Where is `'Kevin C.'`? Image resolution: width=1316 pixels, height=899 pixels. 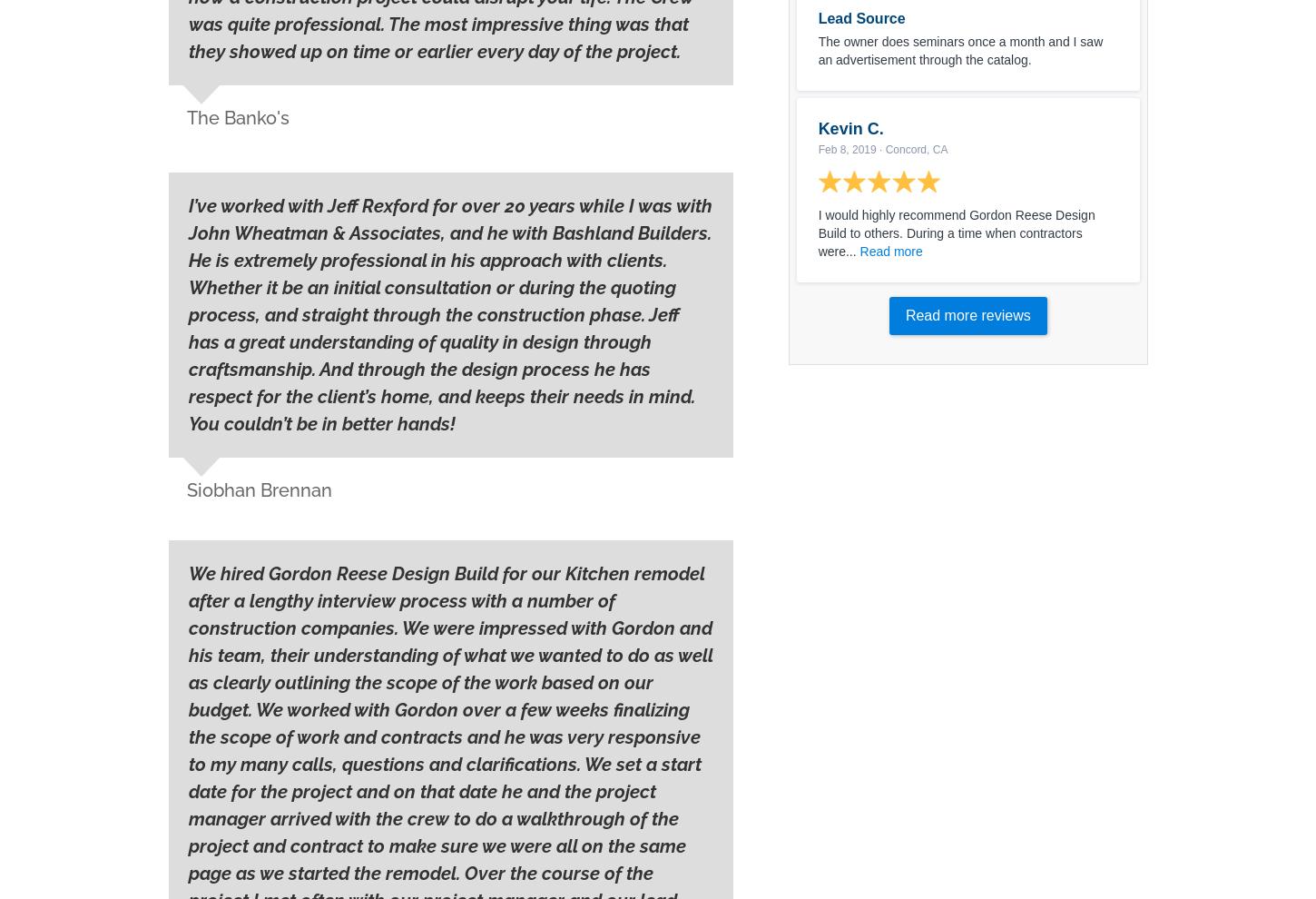 'Kevin C.' is located at coordinates (817, 127).